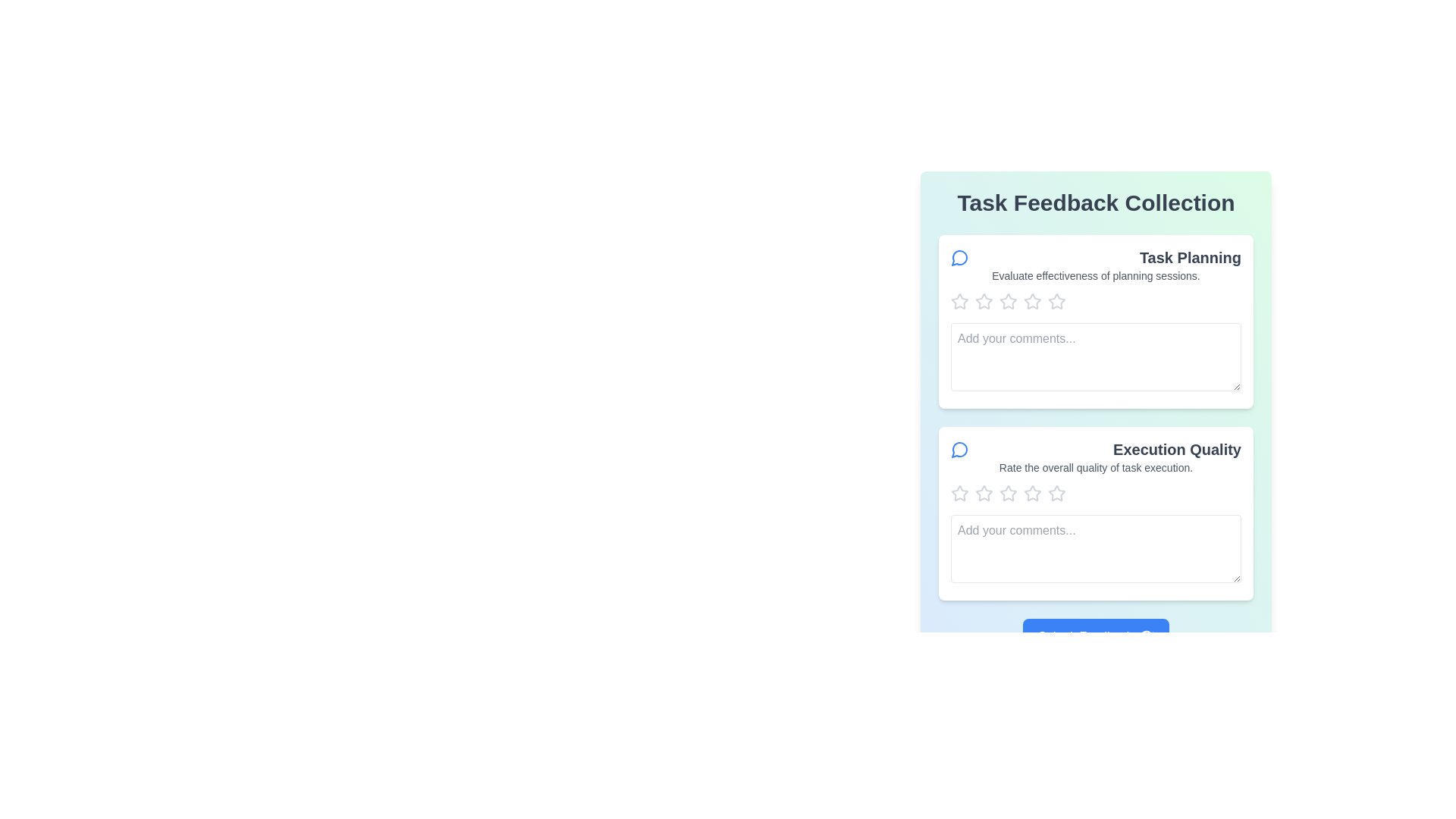  I want to click on the Task Planning icon in the Task Feedback Collection interface, which is a small SVG graphic located near the top left corner of the section, above the star rating feedback, so click(959, 257).